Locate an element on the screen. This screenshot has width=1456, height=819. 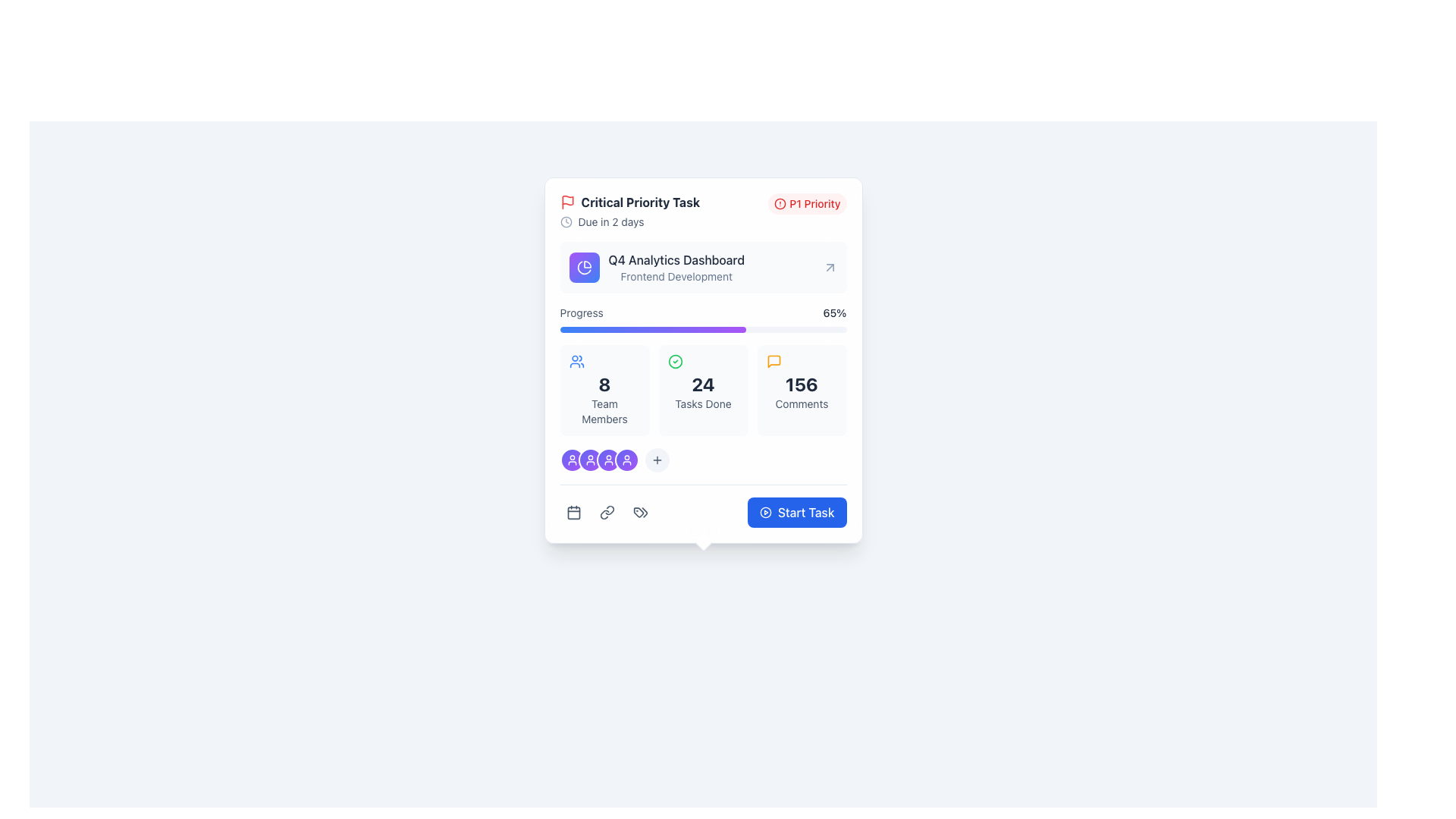
bold, large-sized number '24' displayed in the 'Tasks Done' section, which is located in a light-colored background box with rounded corners, positioned centrally beneath a green check icon is located at coordinates (702, 383).